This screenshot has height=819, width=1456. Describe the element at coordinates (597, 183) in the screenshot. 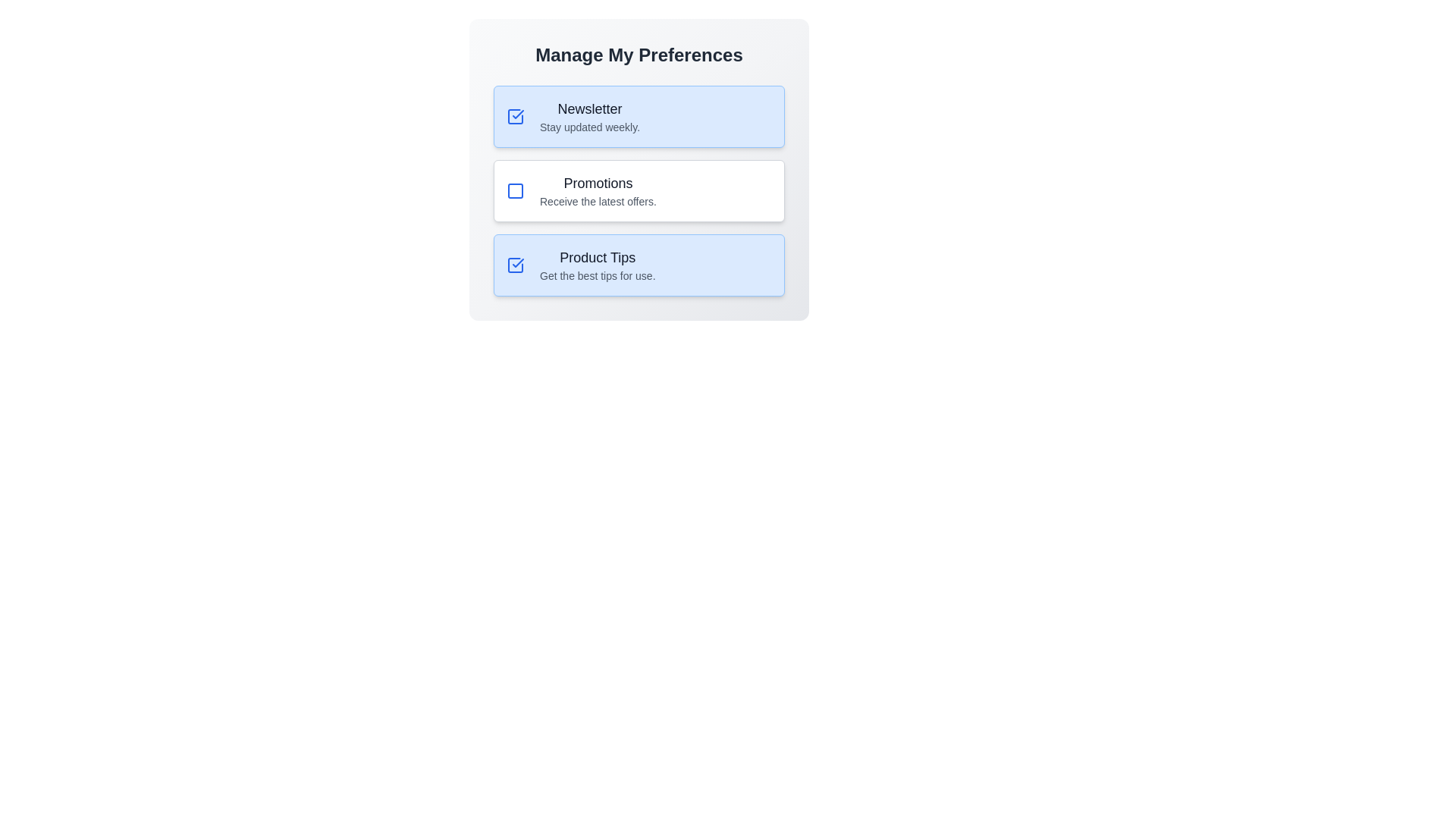

I see `the 'Promotions' text label, which is styled with a larger font size and dark gray color, located in the middle of a vertically stacked list of items, specifically on the second row with a checkbox to its left` at that location.